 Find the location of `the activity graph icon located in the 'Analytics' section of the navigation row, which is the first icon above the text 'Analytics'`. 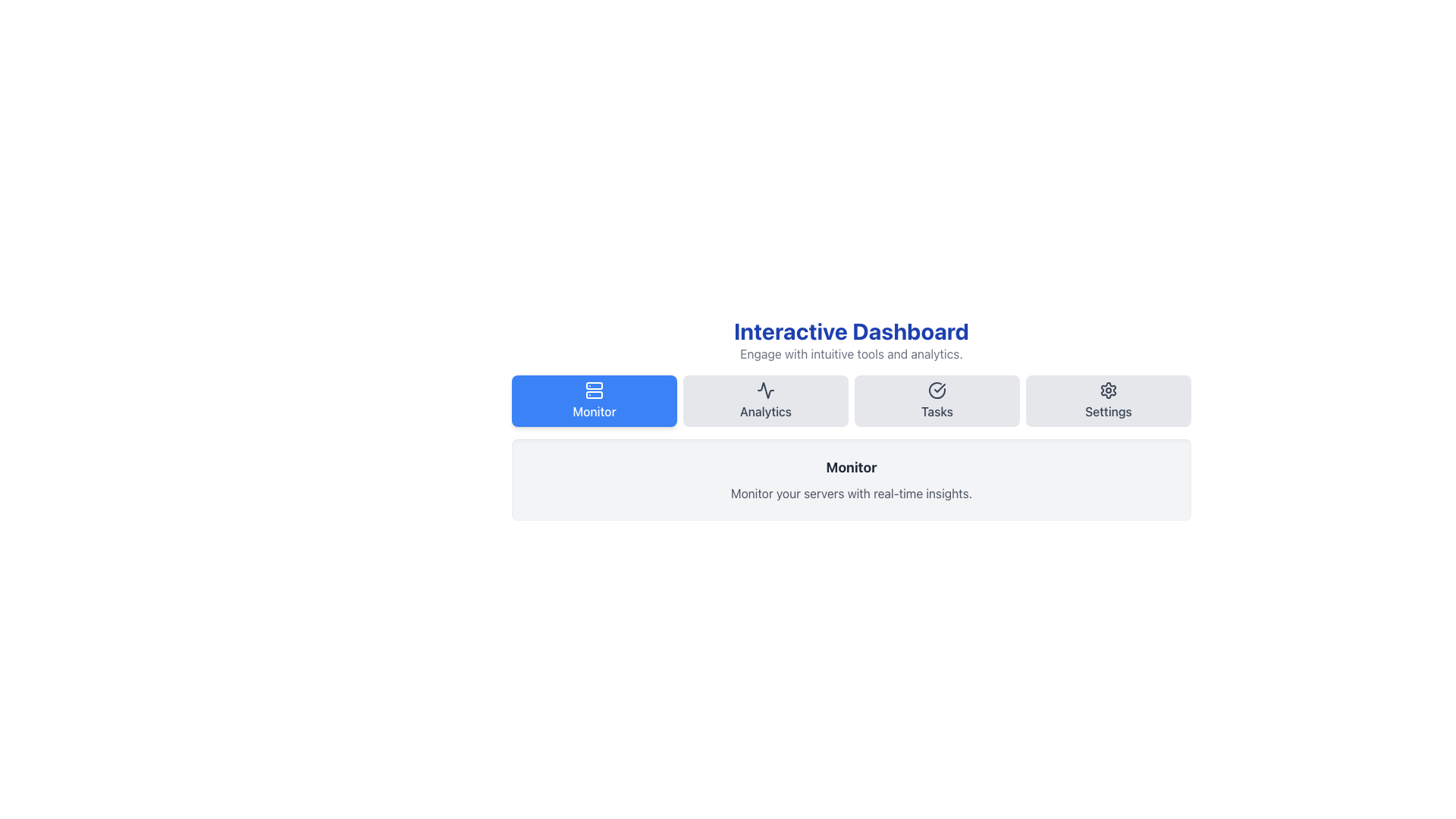

the activity graph icon located in the 'Analytics' section of the navigation row, which is the first icon above the text 'Analytics' is located at coordinates (765, 390).